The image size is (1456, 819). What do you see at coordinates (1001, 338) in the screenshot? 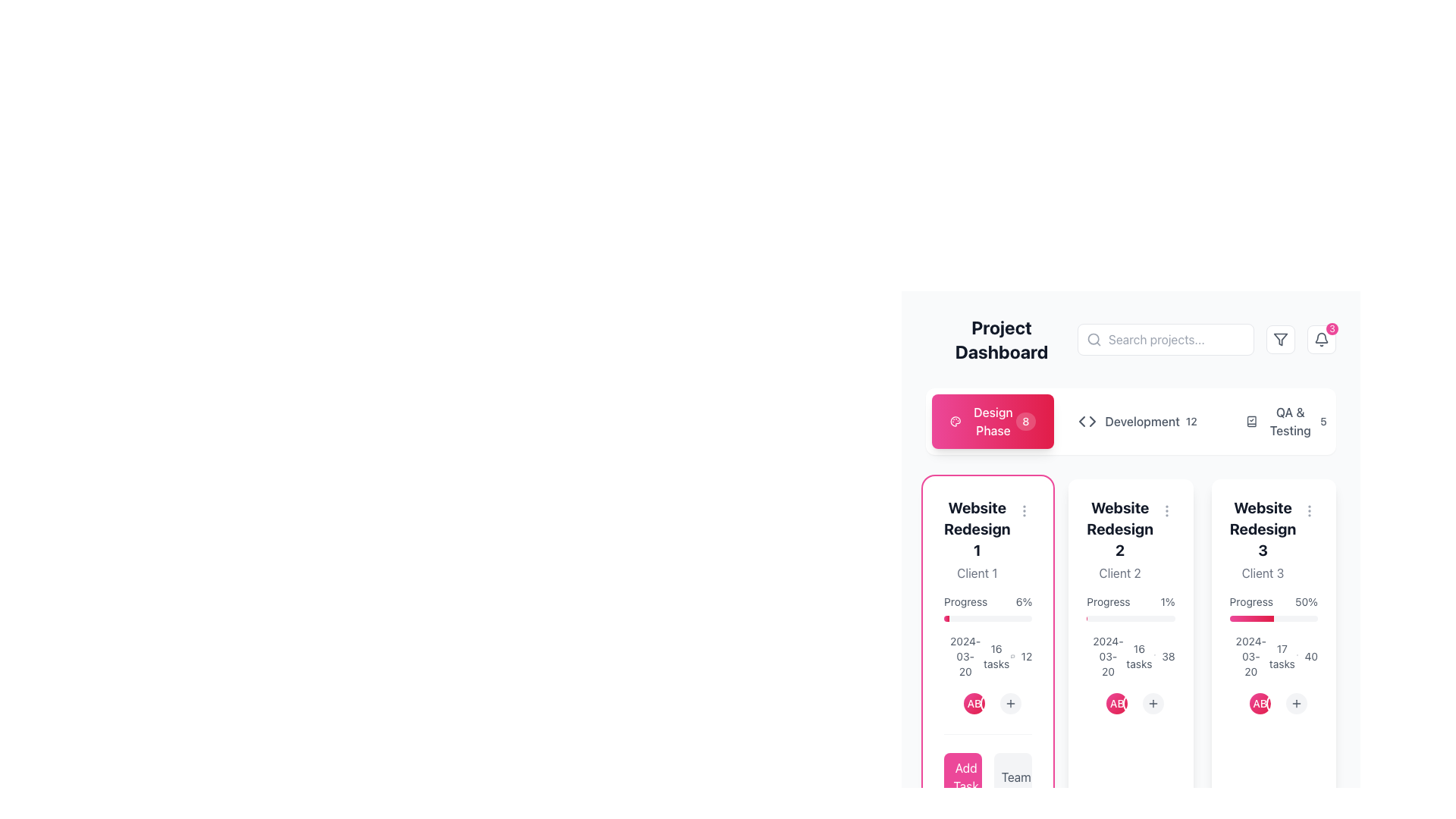
I see `the text label displaying 'Project Dashboard', which is styled in a bold and large font in grayish-black color, located at the top-left area of the panel` at bounding box center [1001, 338].